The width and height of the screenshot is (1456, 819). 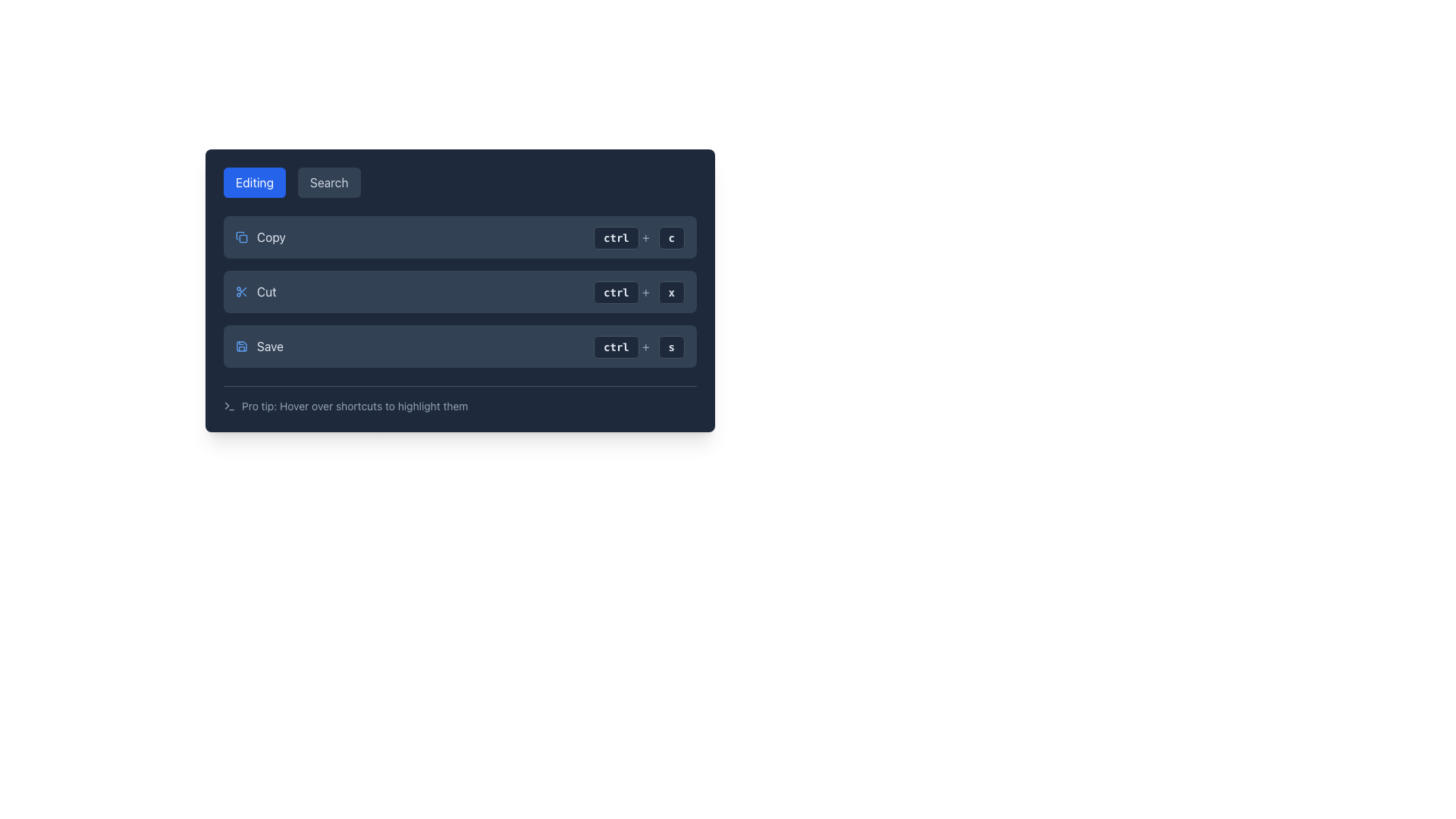 What do you see at coordinates (266, 292) in the screenshot?
I see `the 'Cut' text label inside the button, which is located as the second option in a vertical list of buttons, positioned directly below the 'Copy' option and above the 'Save' option` at bounding box center [266, 292].